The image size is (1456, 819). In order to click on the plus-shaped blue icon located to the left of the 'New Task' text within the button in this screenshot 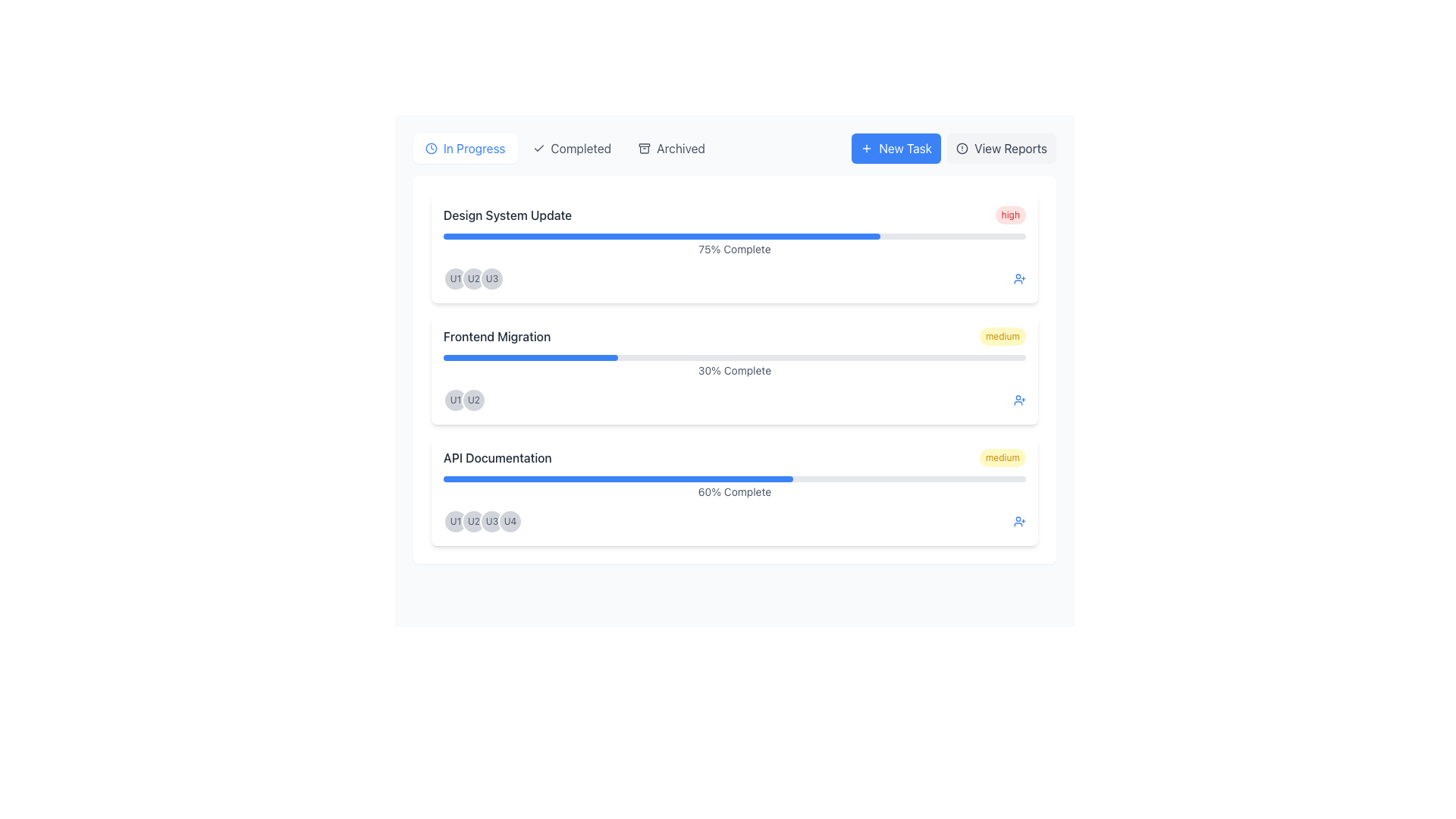, I will do `click(867, 149)`.